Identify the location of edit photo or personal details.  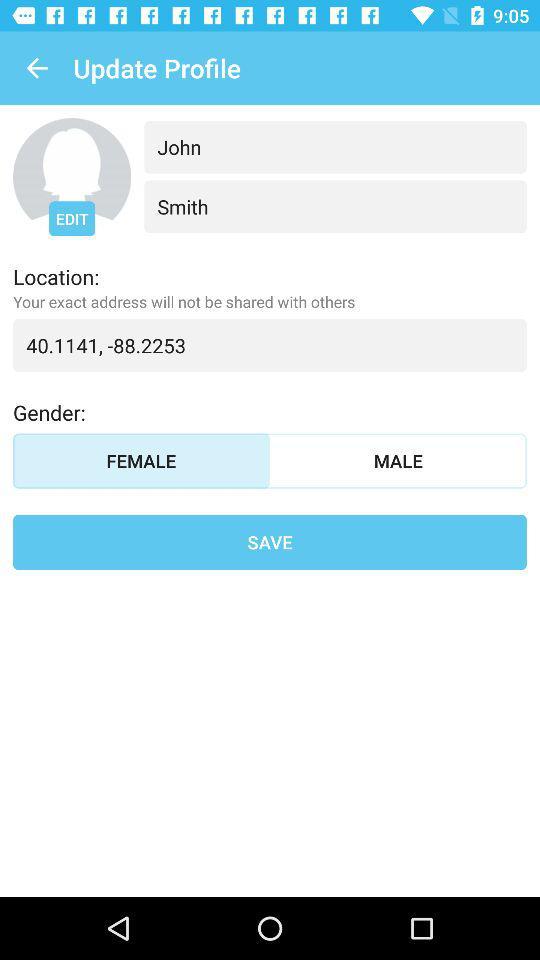
(71, 176).